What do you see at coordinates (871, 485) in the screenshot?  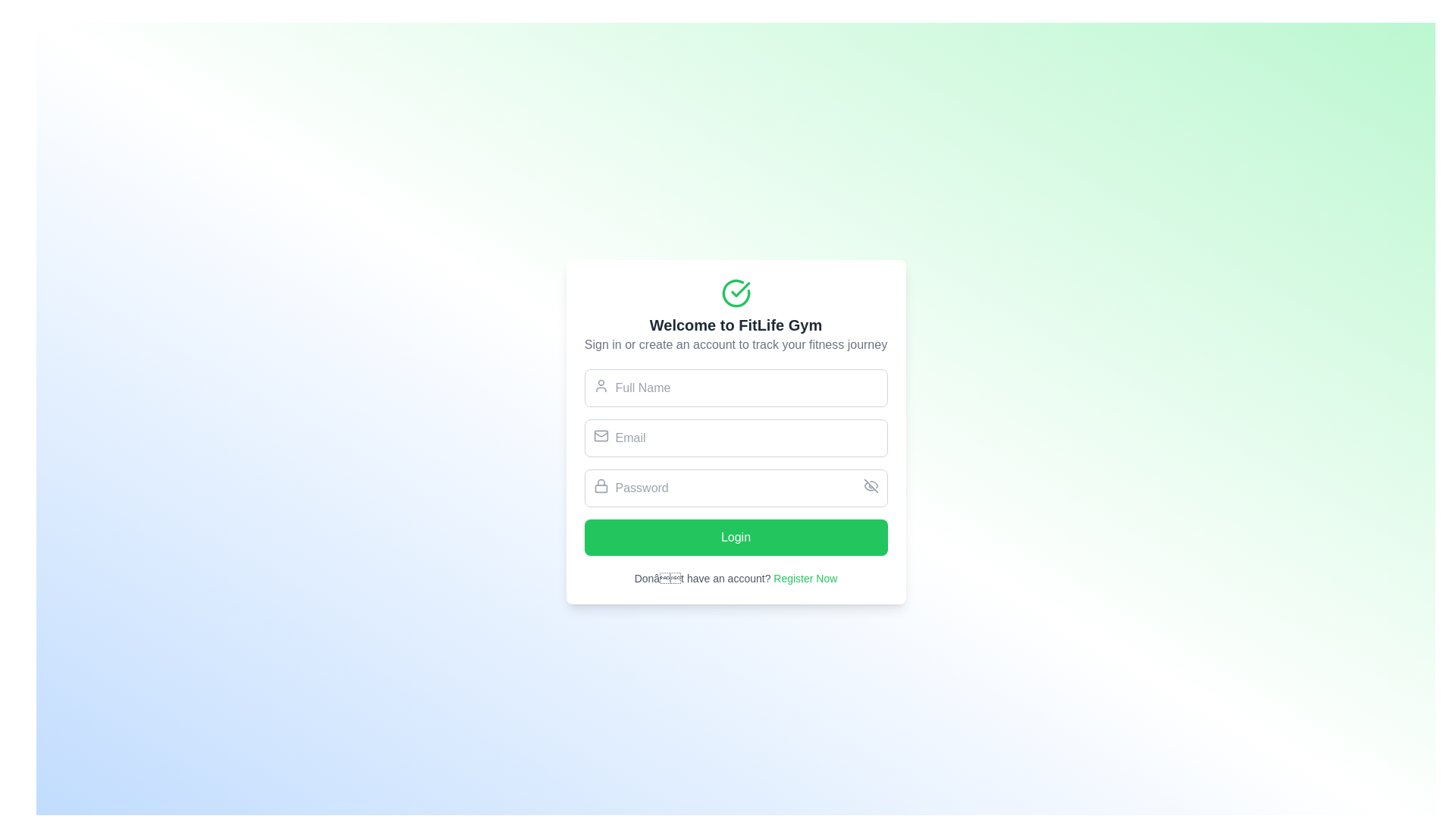 I see `the 'crossed-eye' icon indicating 'hidden' or 'not visible', located to the right of the password input field` at bounding box center [871, 485].